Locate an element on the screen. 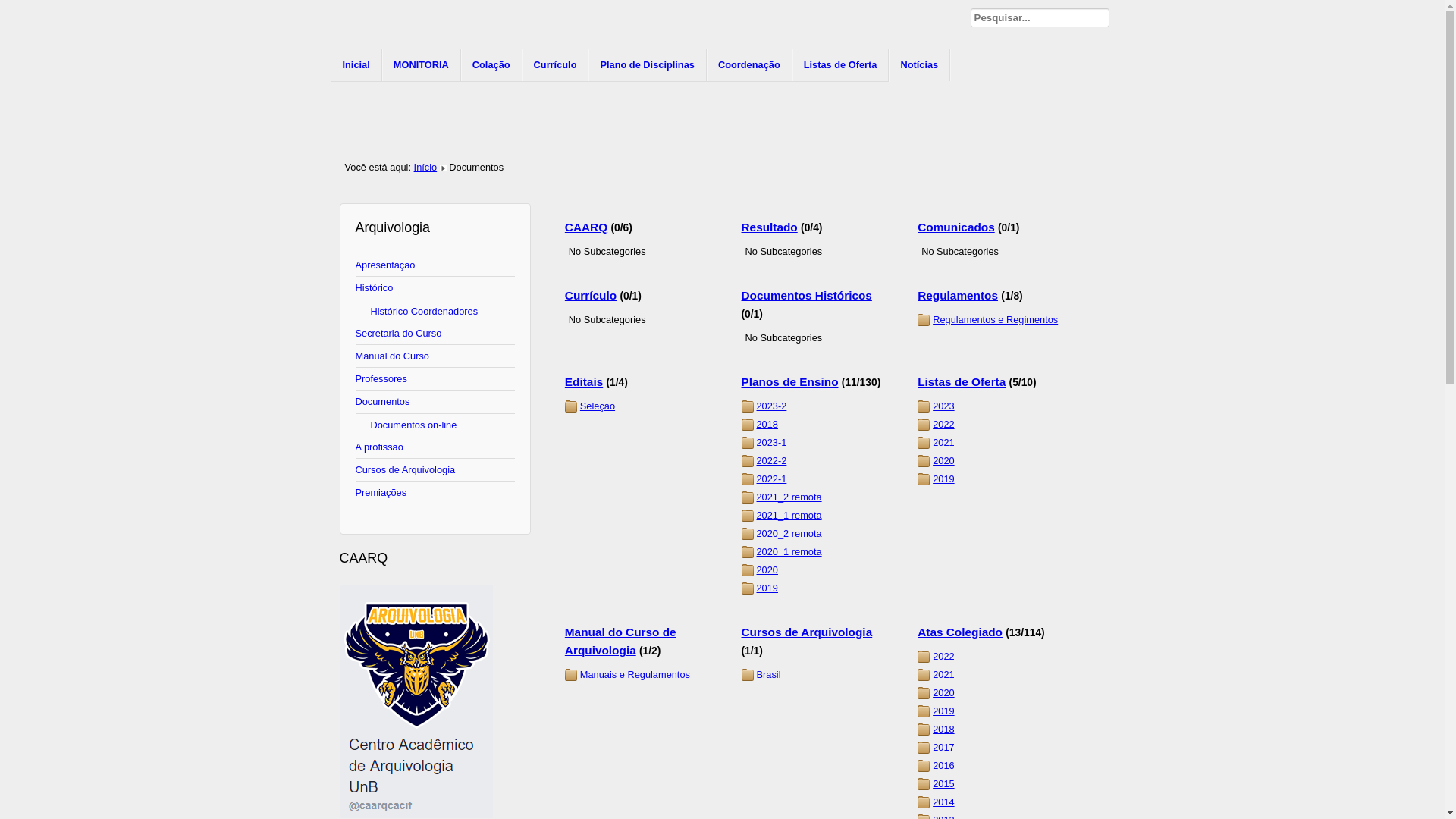 Image resolution: width=1456 pixels, height=819 pixels. 'Manuais e Regulamentos' is located at coordinates (635, 673).